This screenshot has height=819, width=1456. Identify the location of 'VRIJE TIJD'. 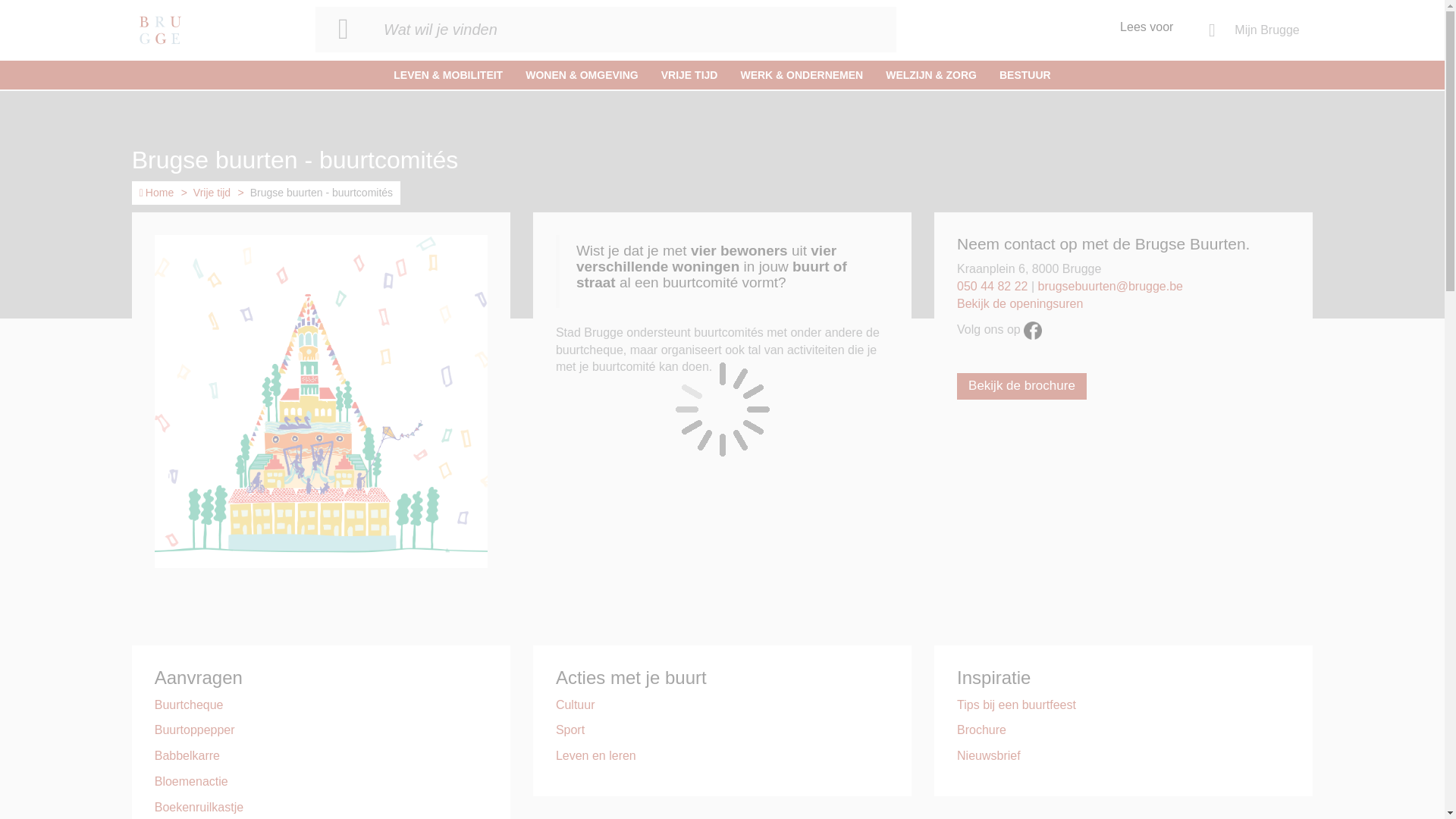
(689, 75).